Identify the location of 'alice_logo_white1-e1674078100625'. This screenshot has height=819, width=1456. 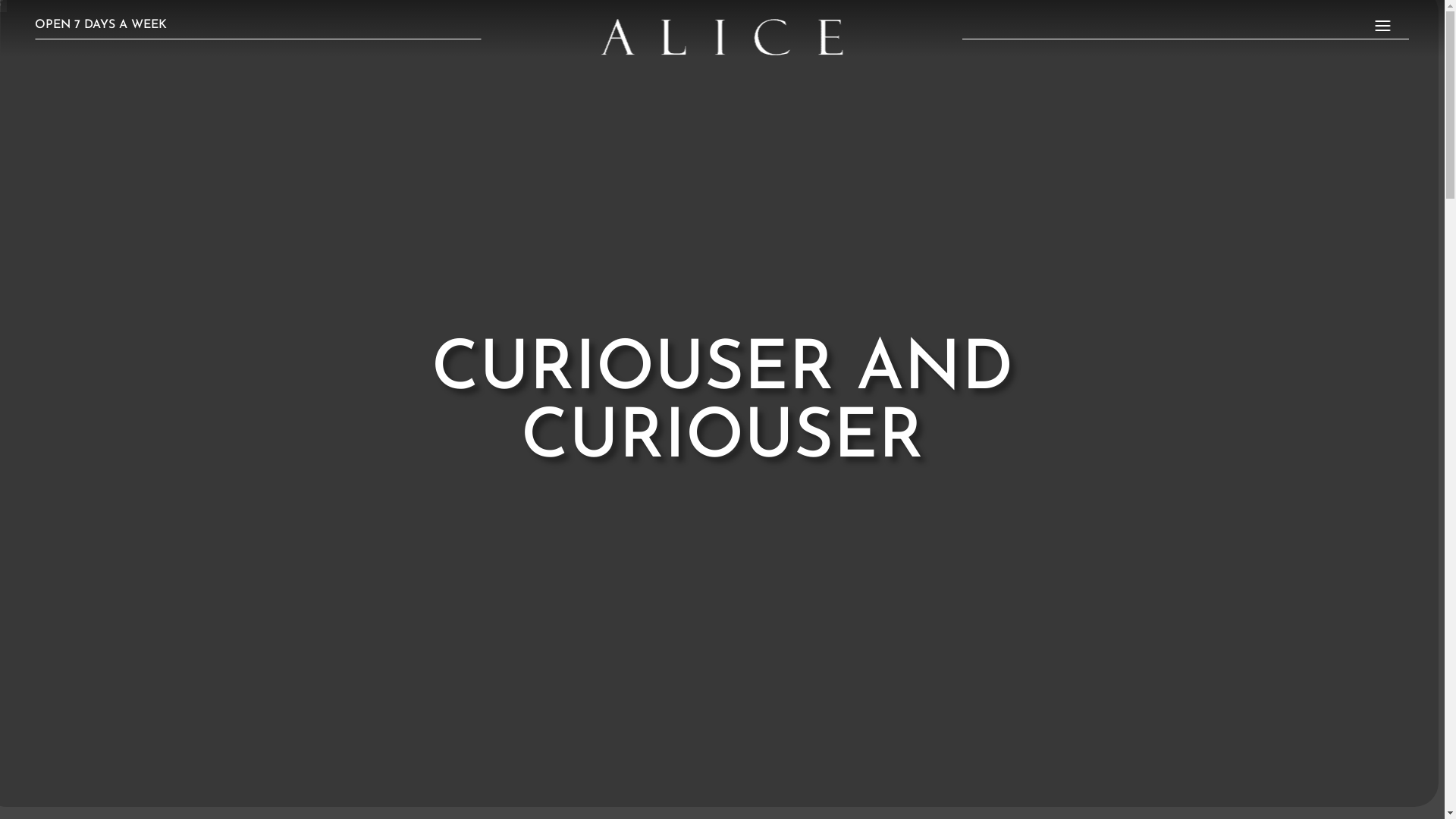
(721, 36).